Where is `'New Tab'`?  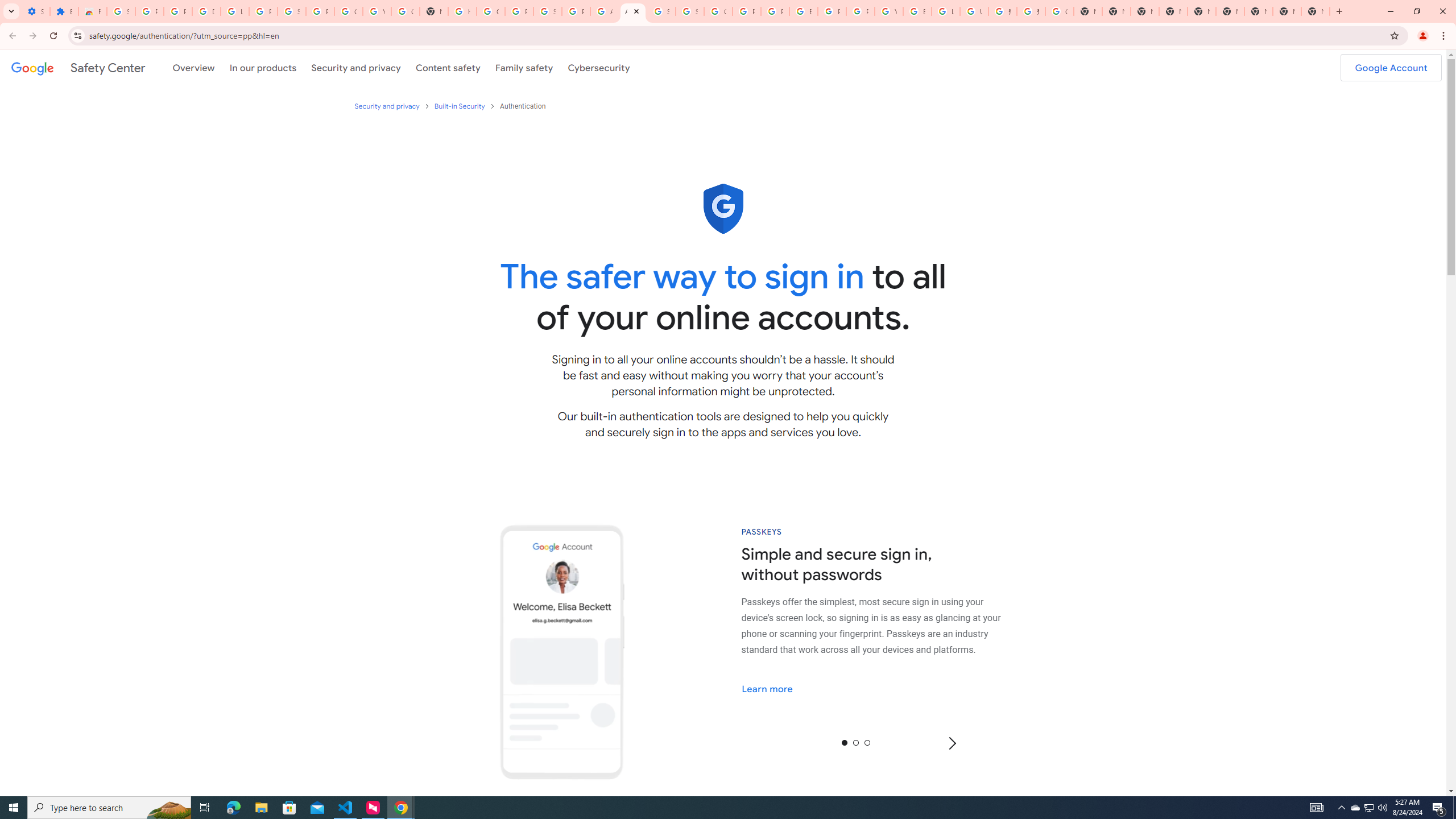
'New Tab' is located at coordinates (1314, 11).